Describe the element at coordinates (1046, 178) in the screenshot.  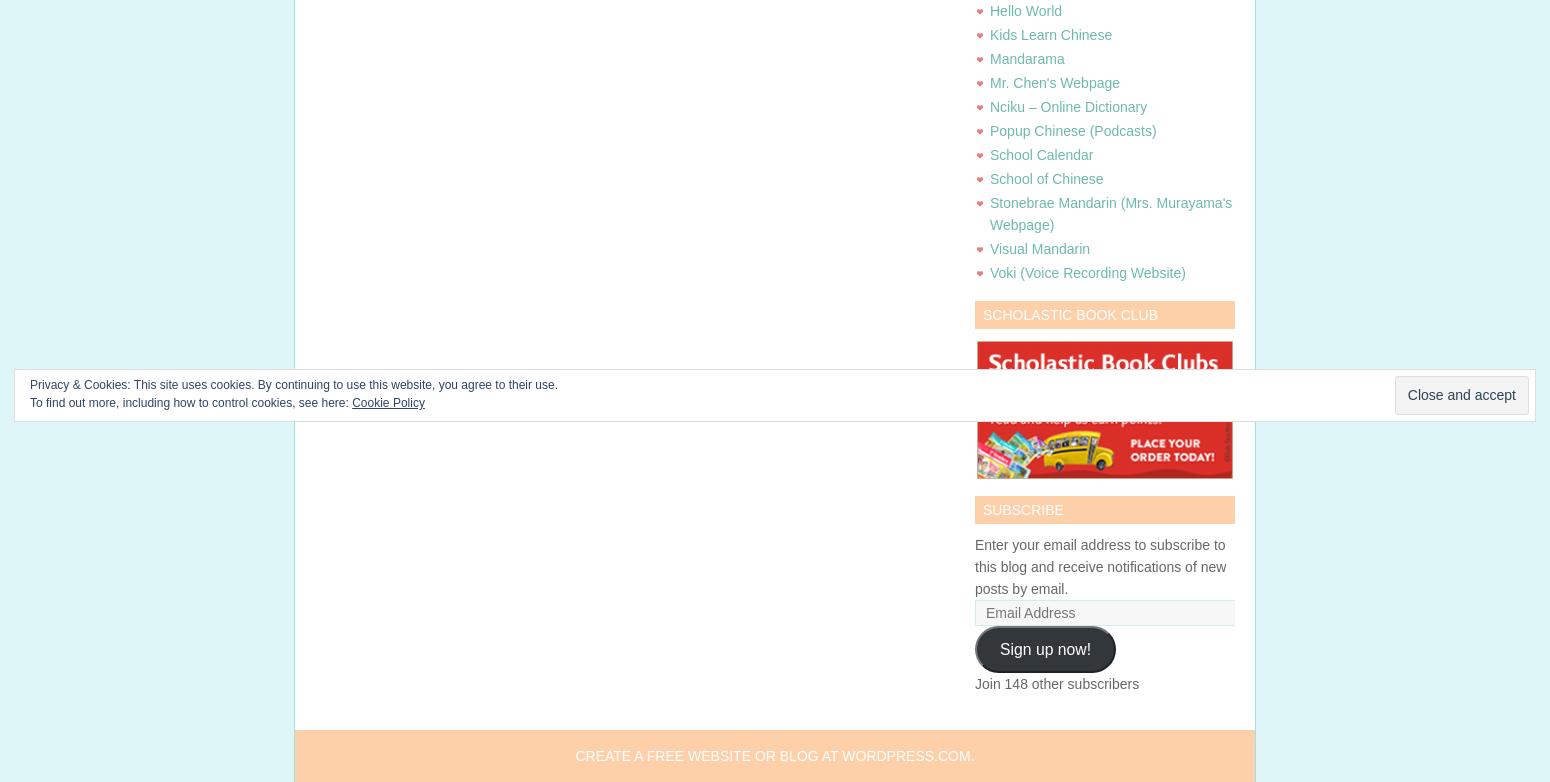
I see `'School of Chinese'` at that location.